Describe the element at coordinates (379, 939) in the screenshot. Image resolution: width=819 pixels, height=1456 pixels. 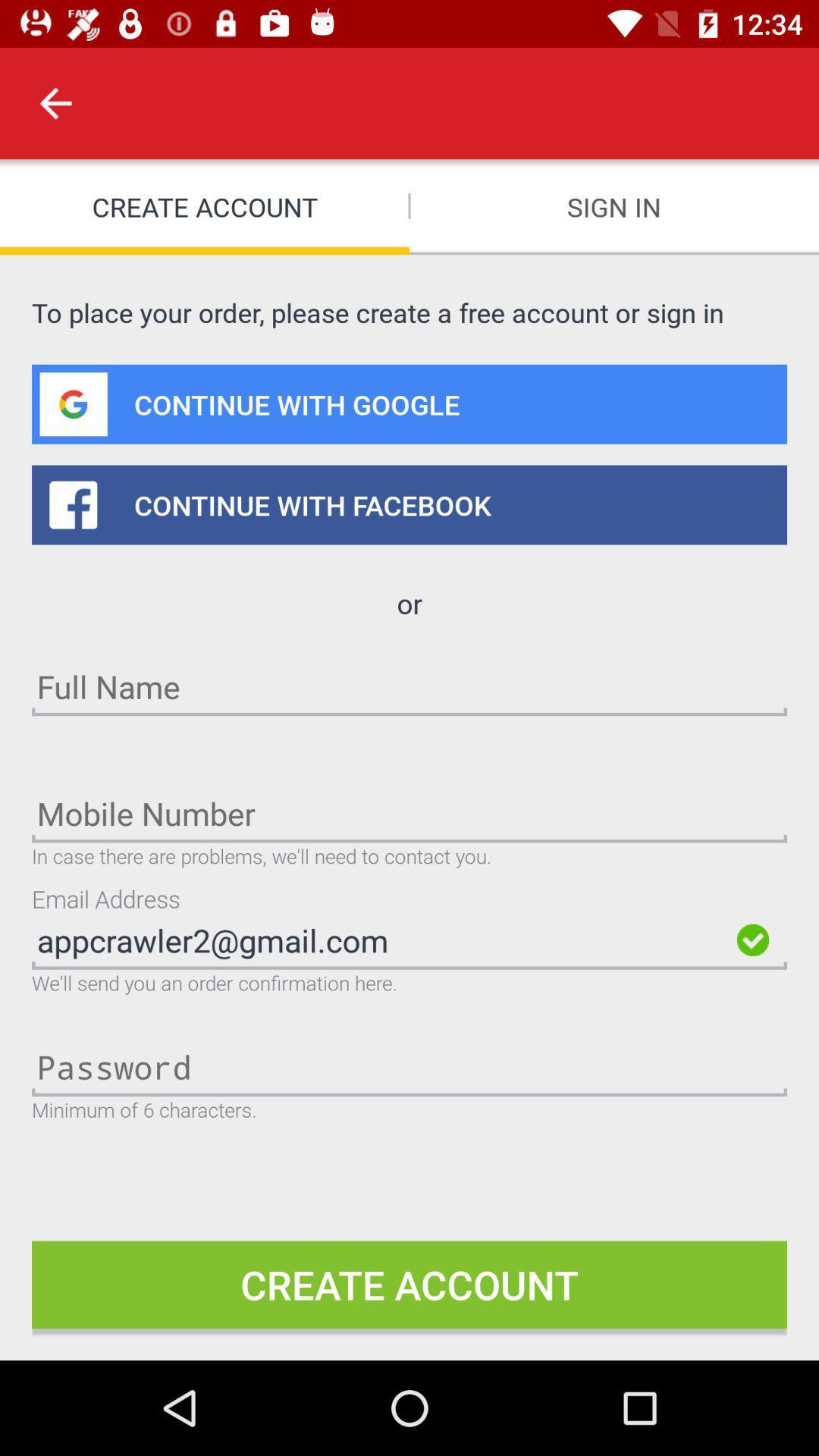
I see `item below email address` at that location.